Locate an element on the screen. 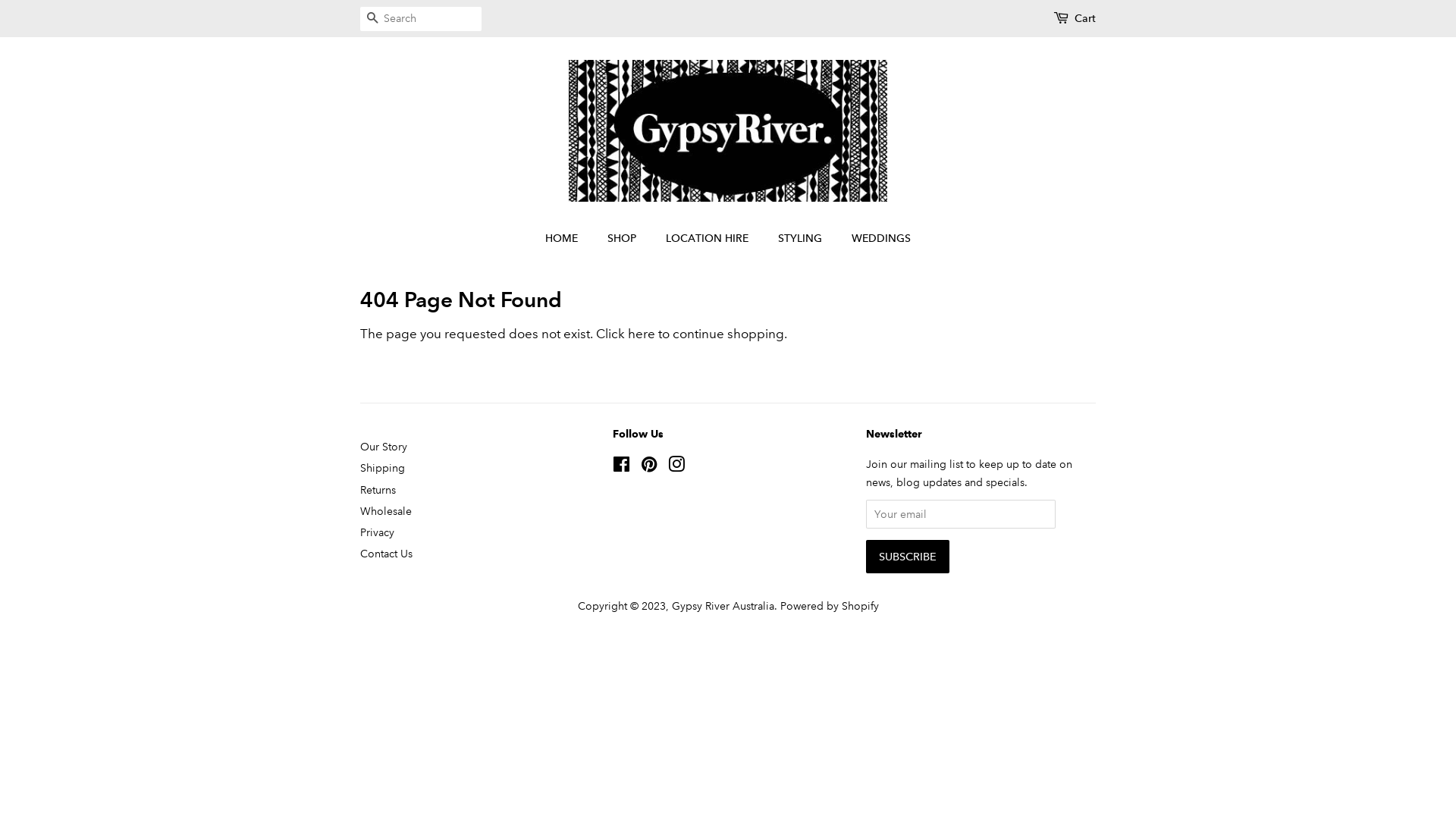 The image size is (1456, 819). 'Wholesale' is located at coordinates (385, 511).